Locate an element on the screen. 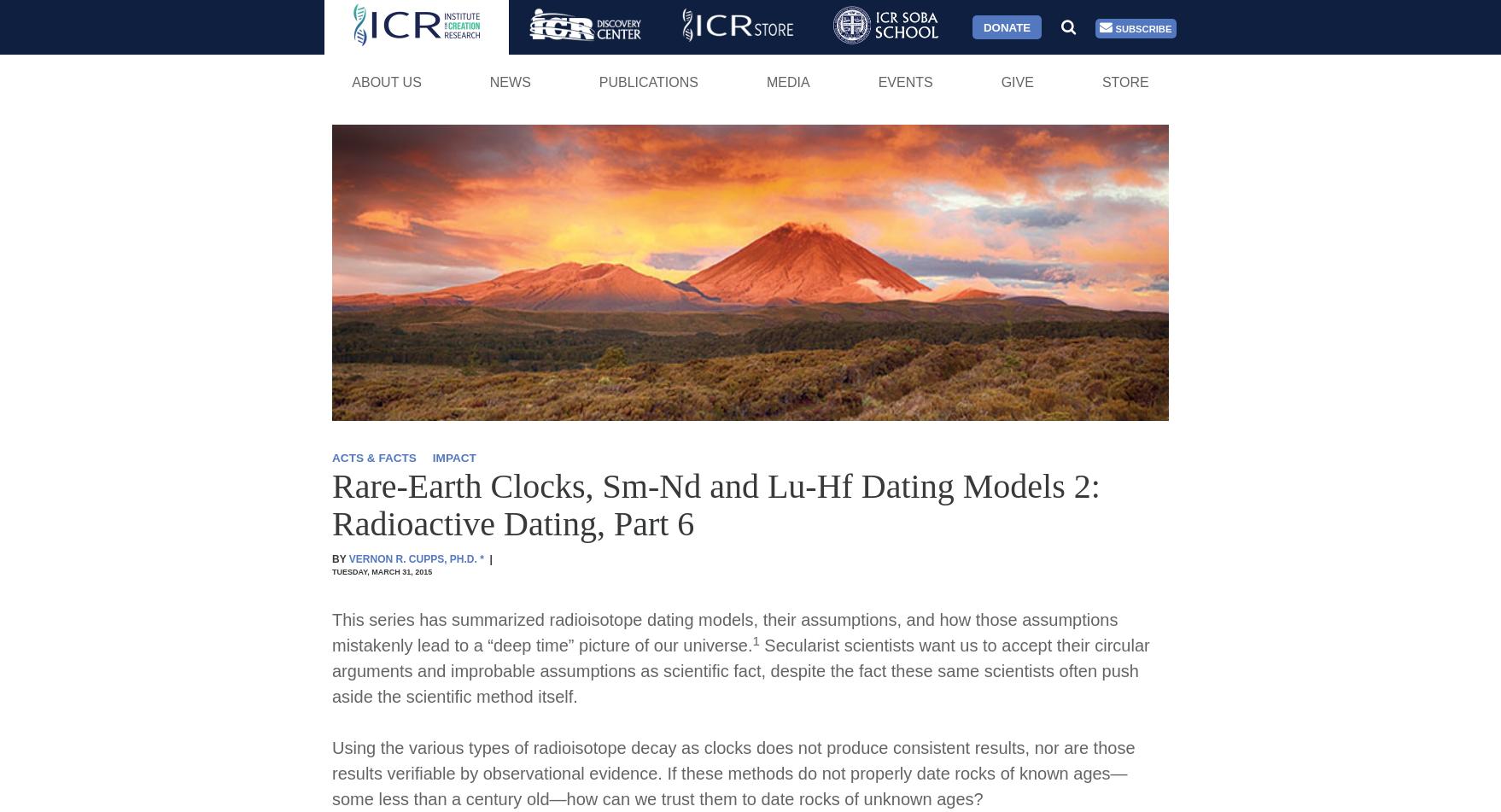  '|' is located at coordinates (490, 558).